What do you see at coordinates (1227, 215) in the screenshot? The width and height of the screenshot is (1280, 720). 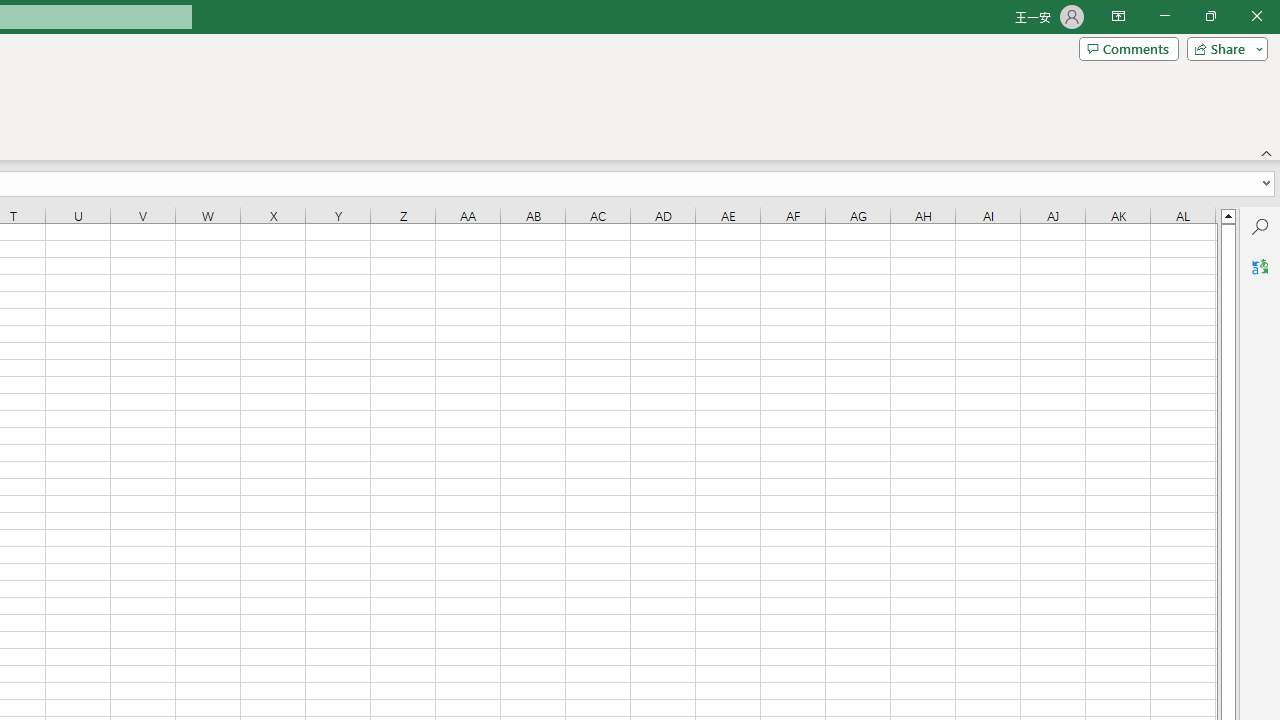 I see `'Line up'` at bounding box center [1227, 215].